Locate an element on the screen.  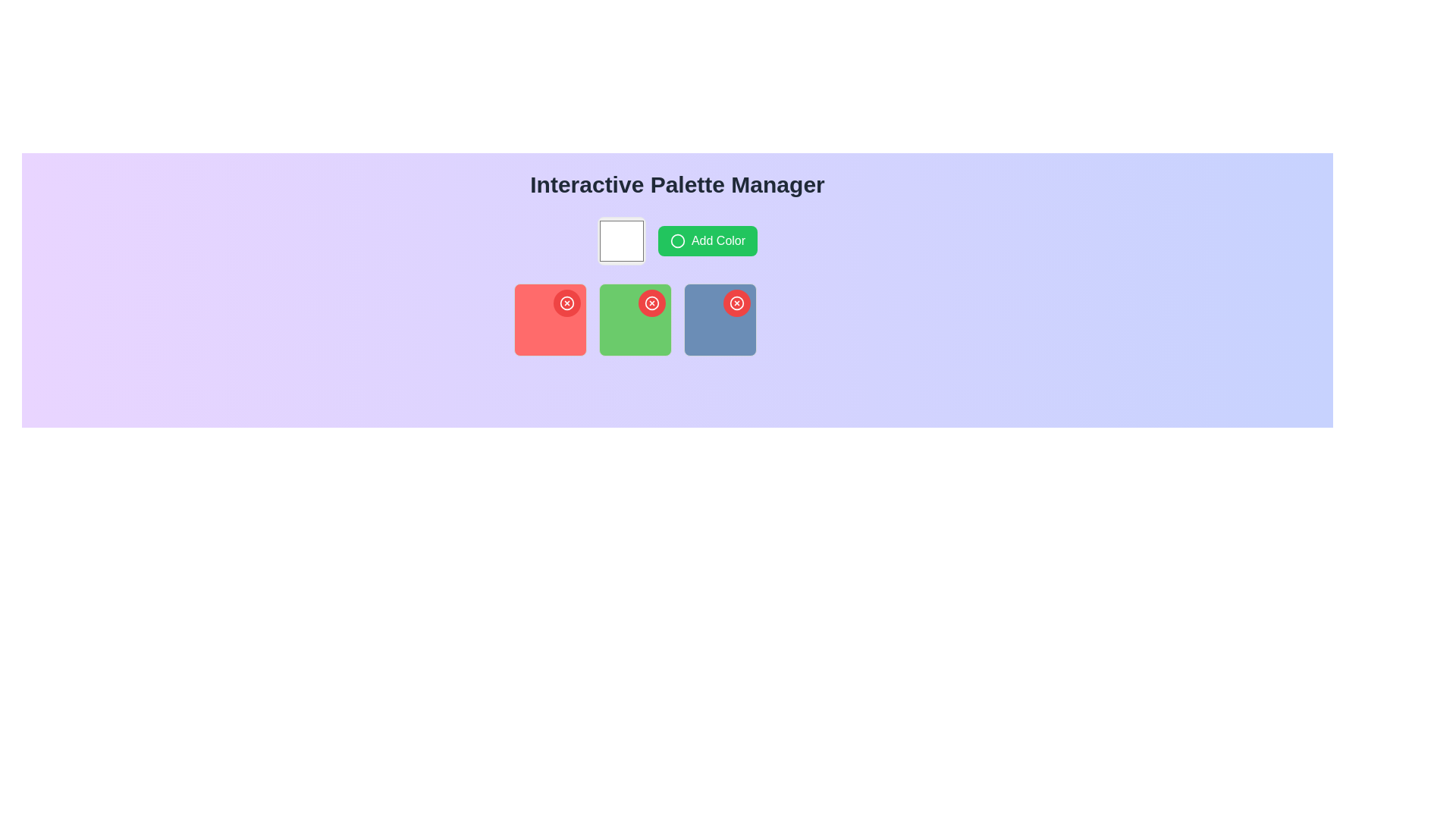
the Circular close button located at the upper-right corner of the blue-colored card in the bottom-right corner of the three cards displayed in a horizontal row is located at coordinates (736, 303).